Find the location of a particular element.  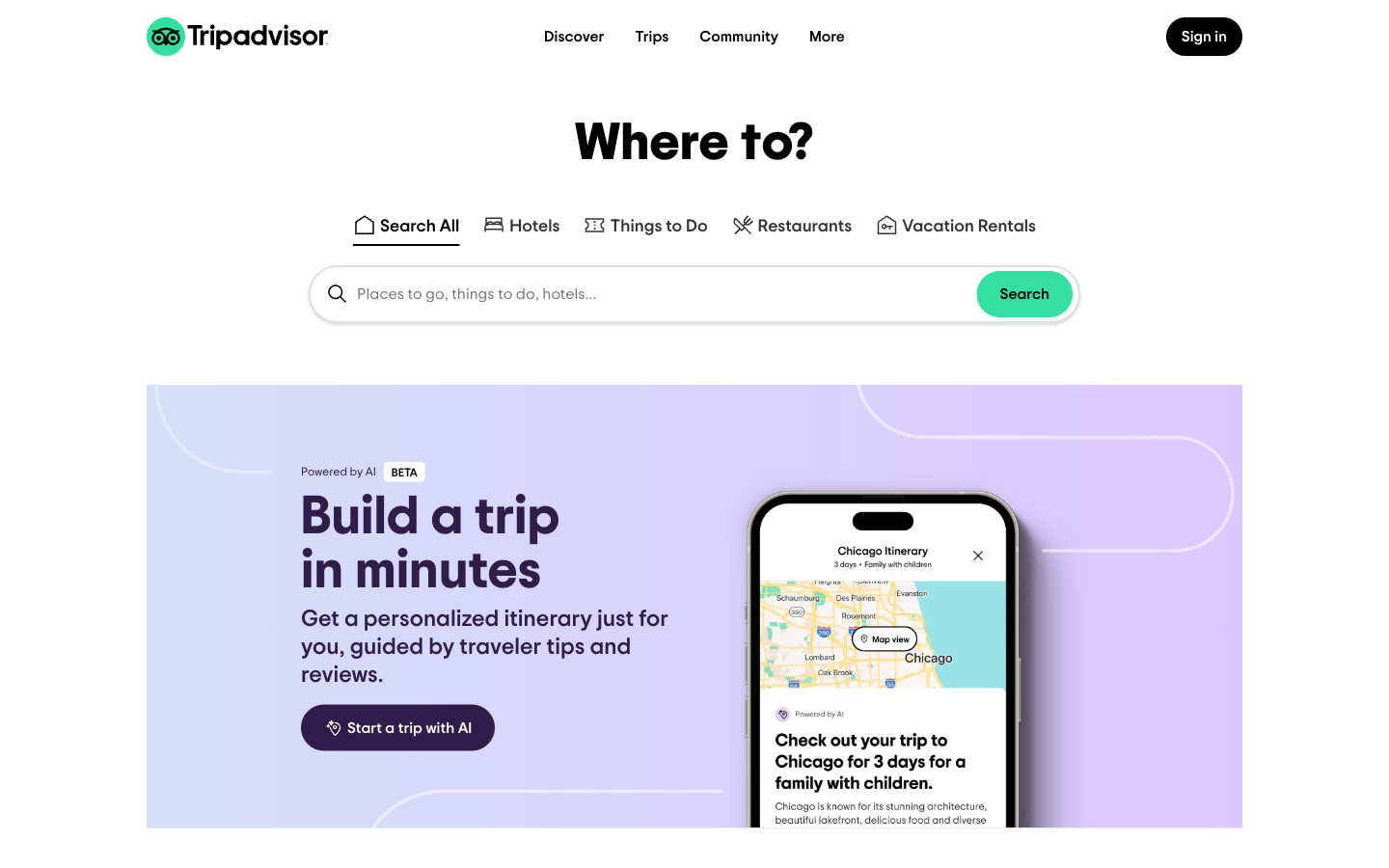

the button on the upper right to access the login page is located at coordinates (1203, 27).